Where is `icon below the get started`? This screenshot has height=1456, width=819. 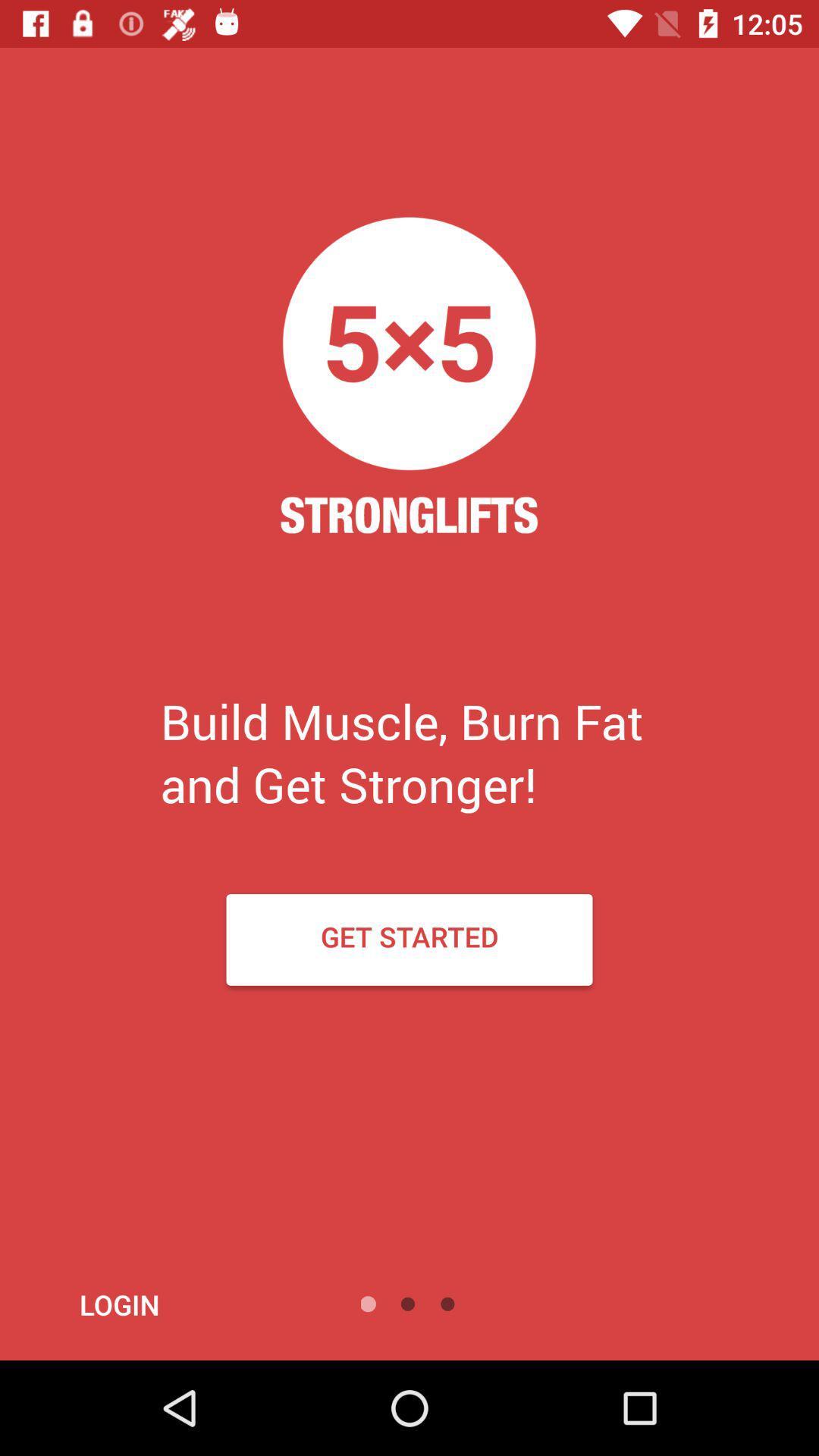 icon below the get started is located at coordinates (160, 1304).